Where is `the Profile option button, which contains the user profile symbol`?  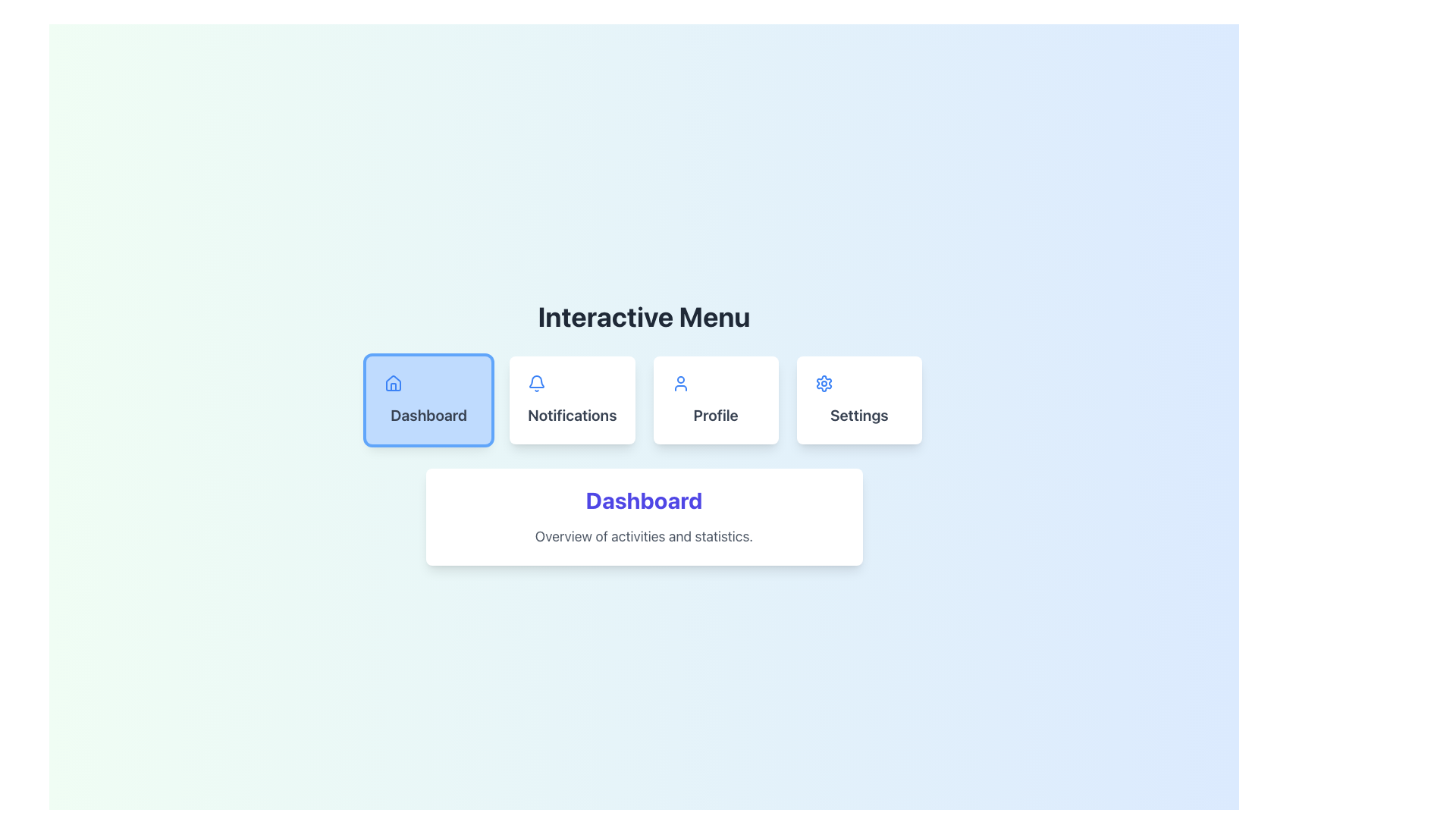
the Profile option button, which contains the user profile symbol is located at coordinates (715, 382).